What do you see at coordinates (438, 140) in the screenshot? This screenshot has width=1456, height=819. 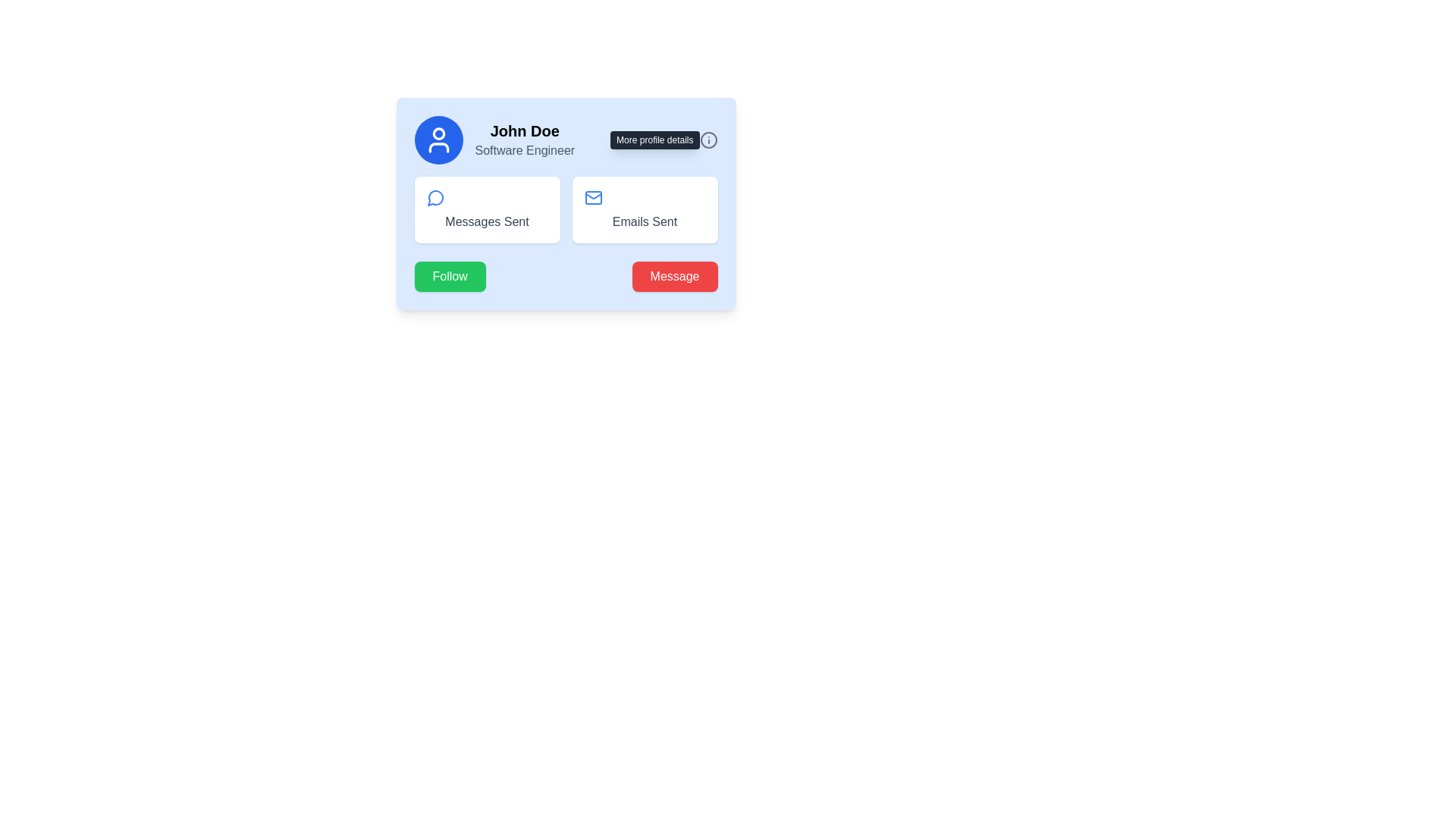 I see `the circular icon or profile picture placeholder located at the far left of the user card header, which serves as a user identification element` at bounding box center [438, 140].